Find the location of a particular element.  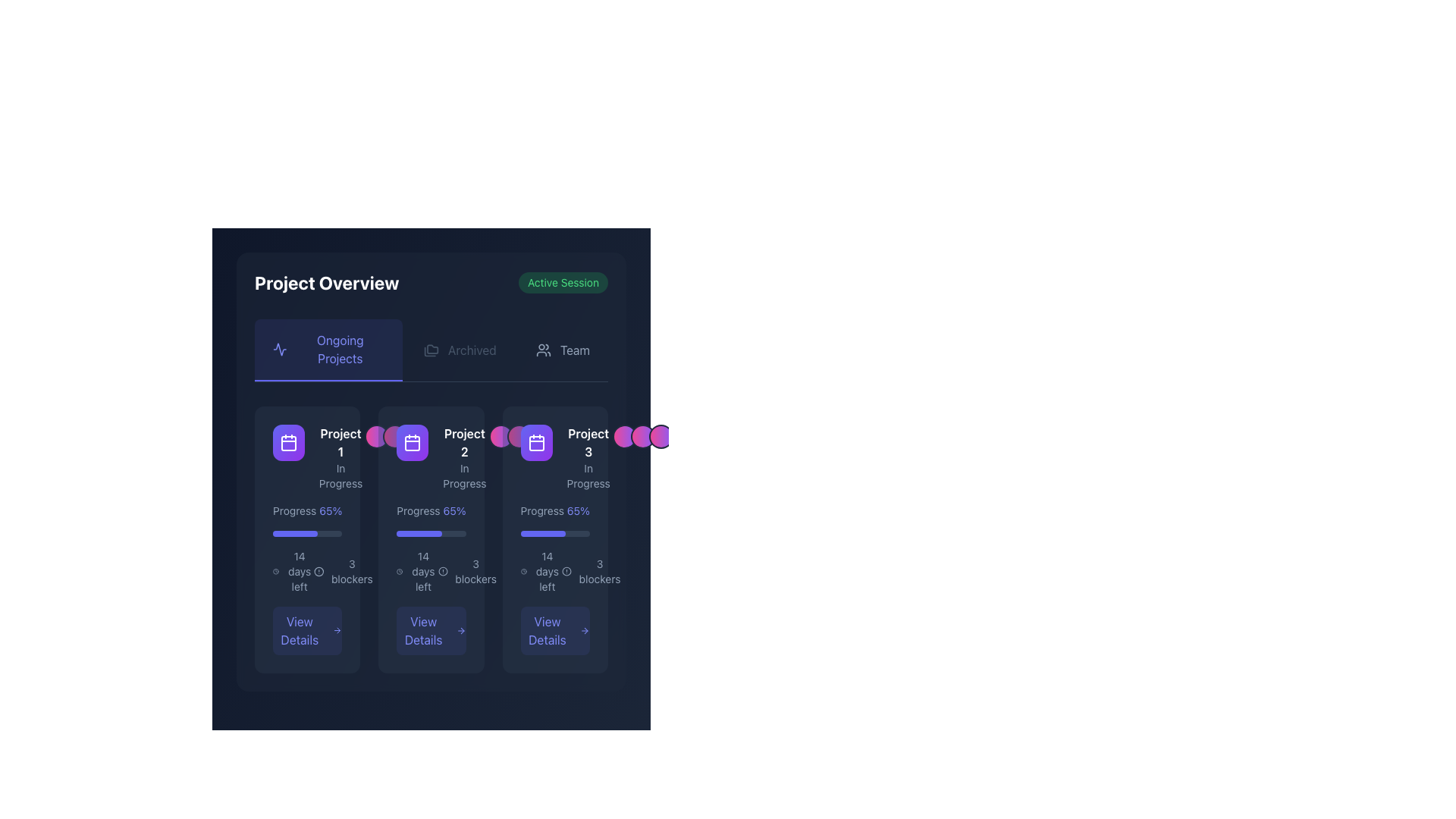

the static text label that indicates the progress percentage of the associated project, positioned above the horizontal progress bar in the project card is located at coordinates (306, 511).